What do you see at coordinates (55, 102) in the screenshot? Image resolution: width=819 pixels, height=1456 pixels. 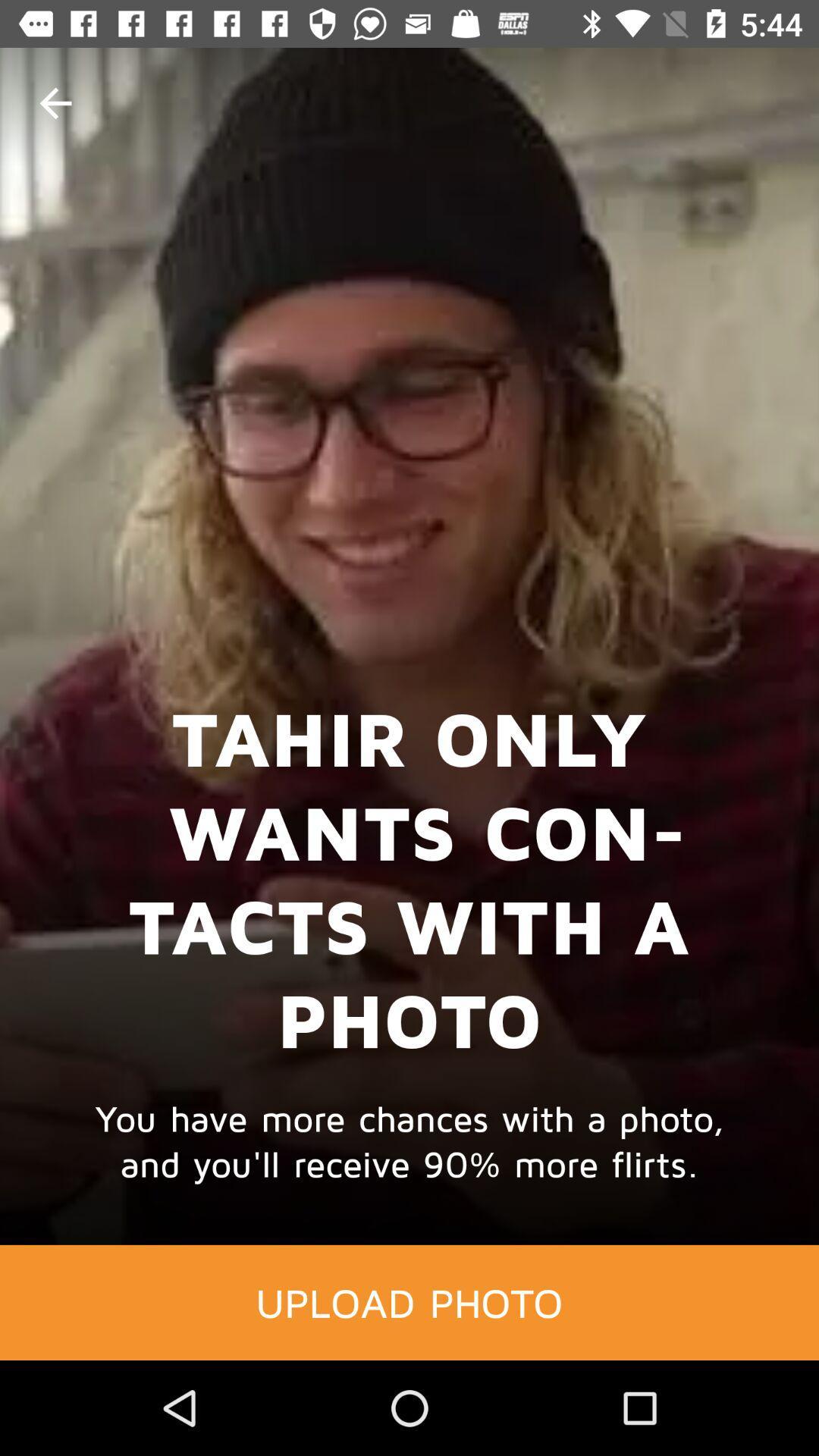 I see `the icon above the tahir only wants icon` at bounding box center [55, 102].